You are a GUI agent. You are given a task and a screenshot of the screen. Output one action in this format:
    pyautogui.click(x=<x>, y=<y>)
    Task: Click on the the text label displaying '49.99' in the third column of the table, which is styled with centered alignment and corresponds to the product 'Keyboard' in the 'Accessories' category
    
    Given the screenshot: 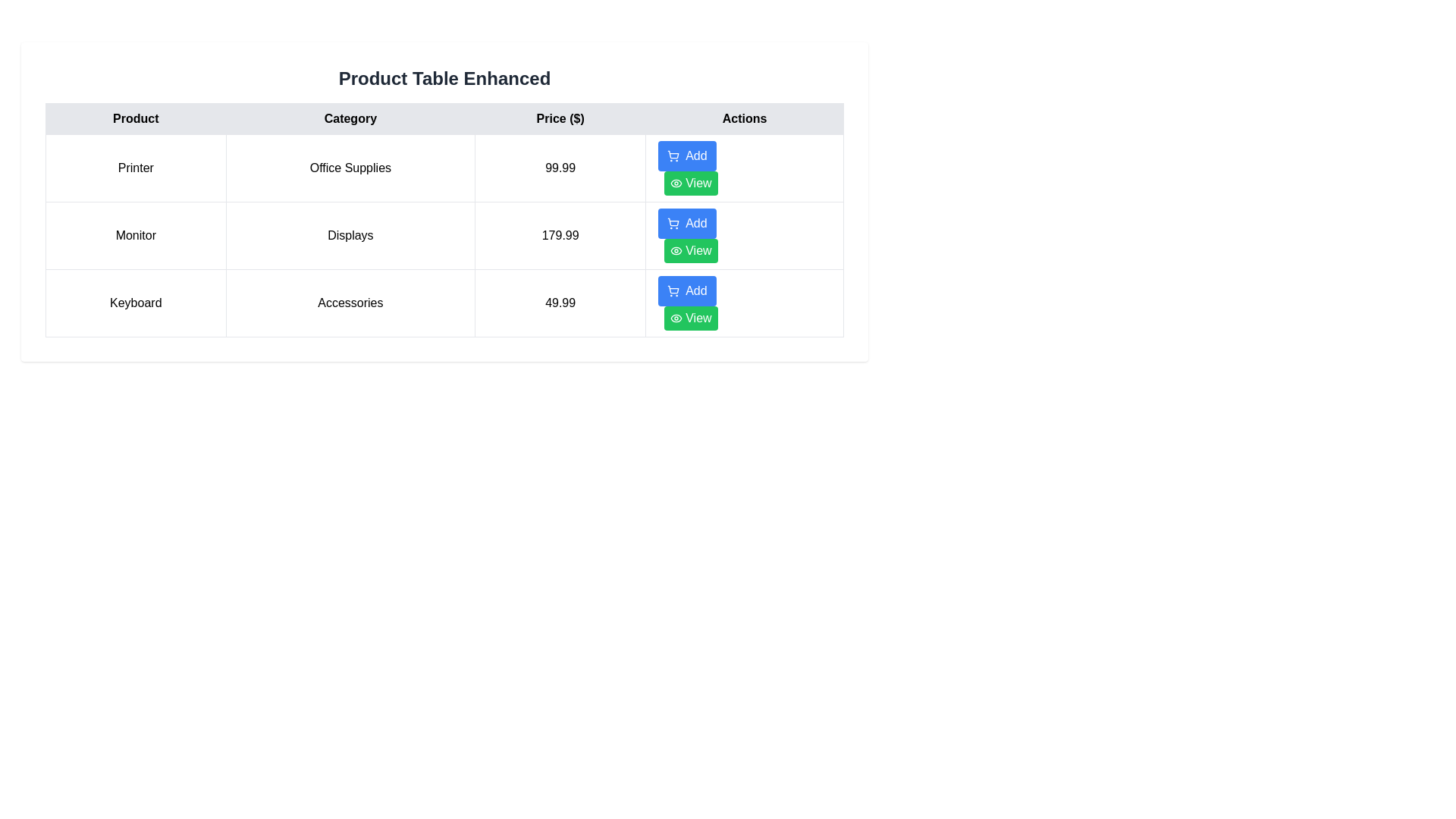 What is the action you would take?
    pyautogui.click(x=560, y=303)
    